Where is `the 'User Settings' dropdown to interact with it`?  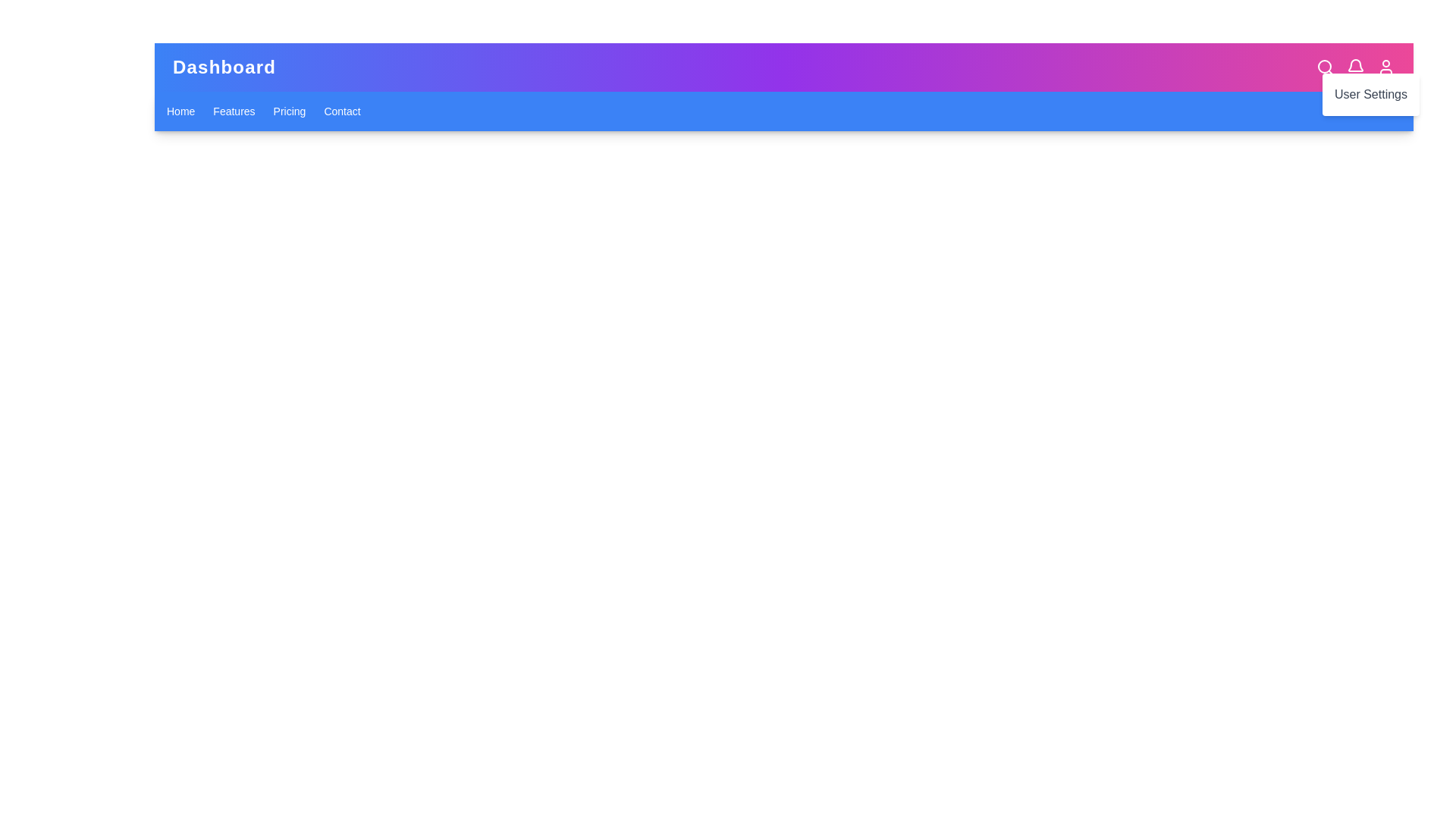 the 'User Settings' dropdown to interact with it is located at coordinates (1386, 66).